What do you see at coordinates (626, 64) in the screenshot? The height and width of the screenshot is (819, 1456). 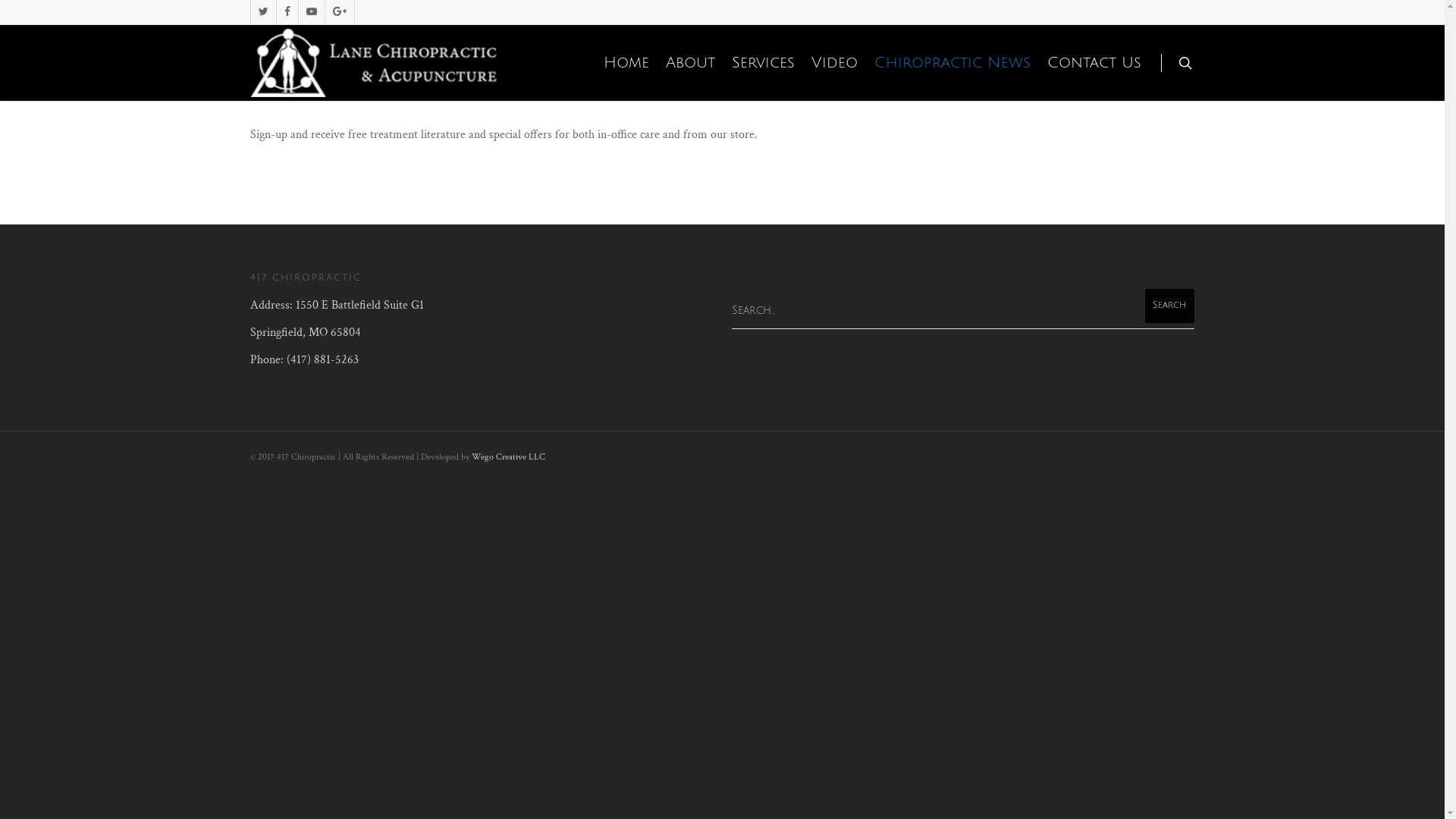 I see `'Home'` at bounding box center [626, 64].